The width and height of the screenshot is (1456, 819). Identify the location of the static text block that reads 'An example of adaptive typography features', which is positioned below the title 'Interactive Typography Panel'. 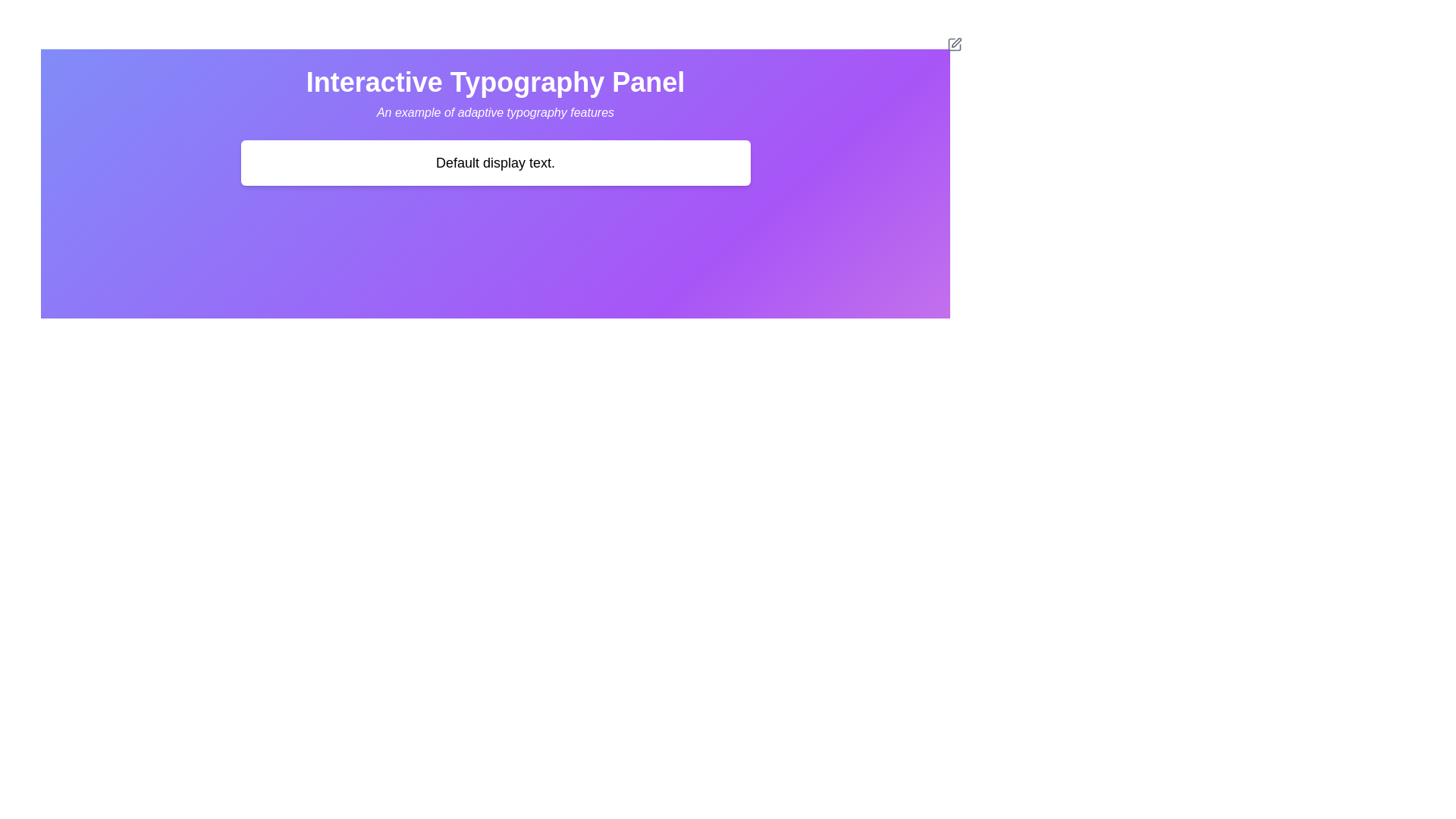
(495, 112).